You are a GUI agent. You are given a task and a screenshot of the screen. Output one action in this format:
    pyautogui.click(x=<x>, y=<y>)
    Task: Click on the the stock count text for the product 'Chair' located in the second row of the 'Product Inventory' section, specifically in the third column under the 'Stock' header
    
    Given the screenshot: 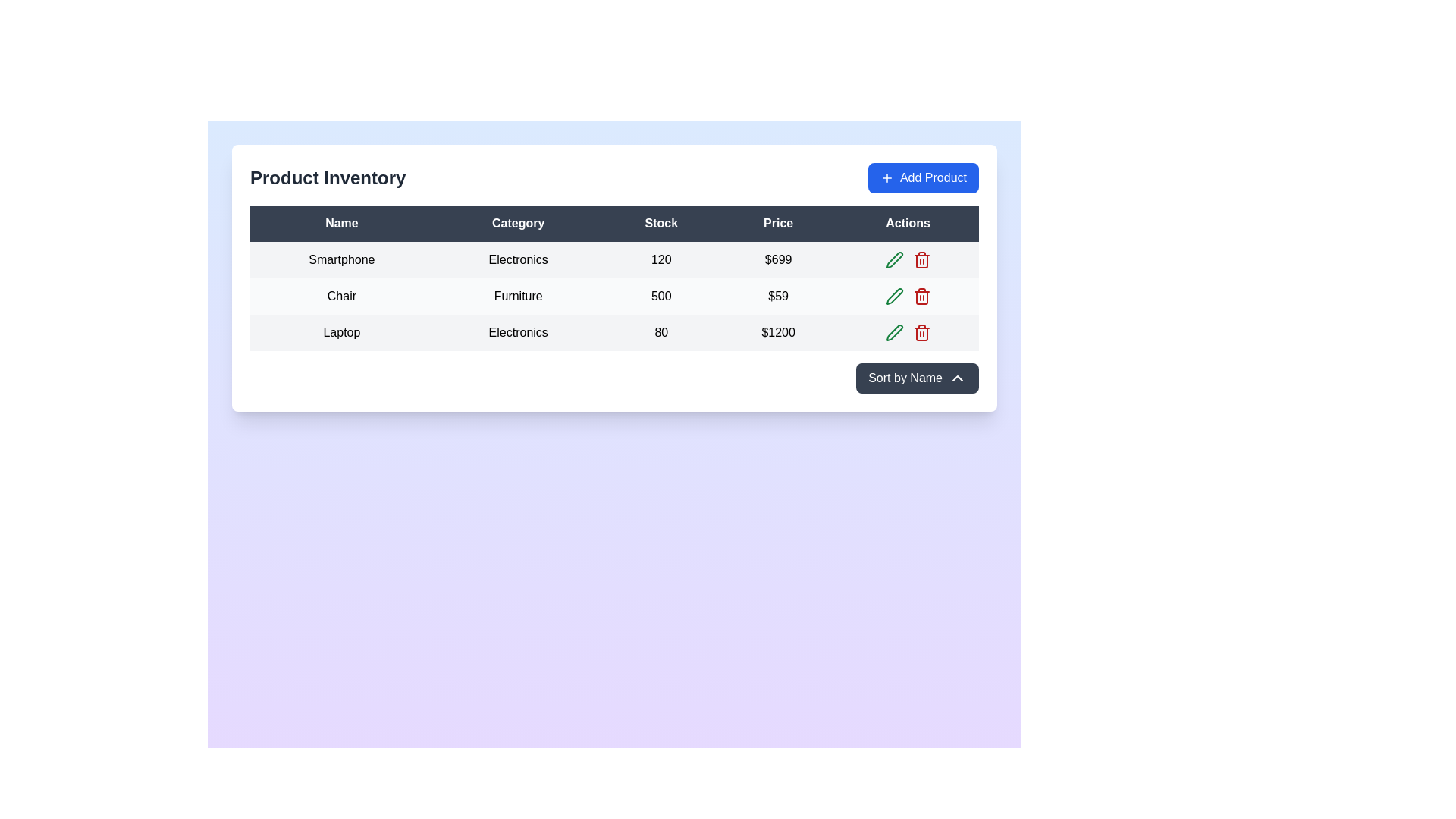 What is the action you would take?
    pyautogui.click(x=661, y=296)
    